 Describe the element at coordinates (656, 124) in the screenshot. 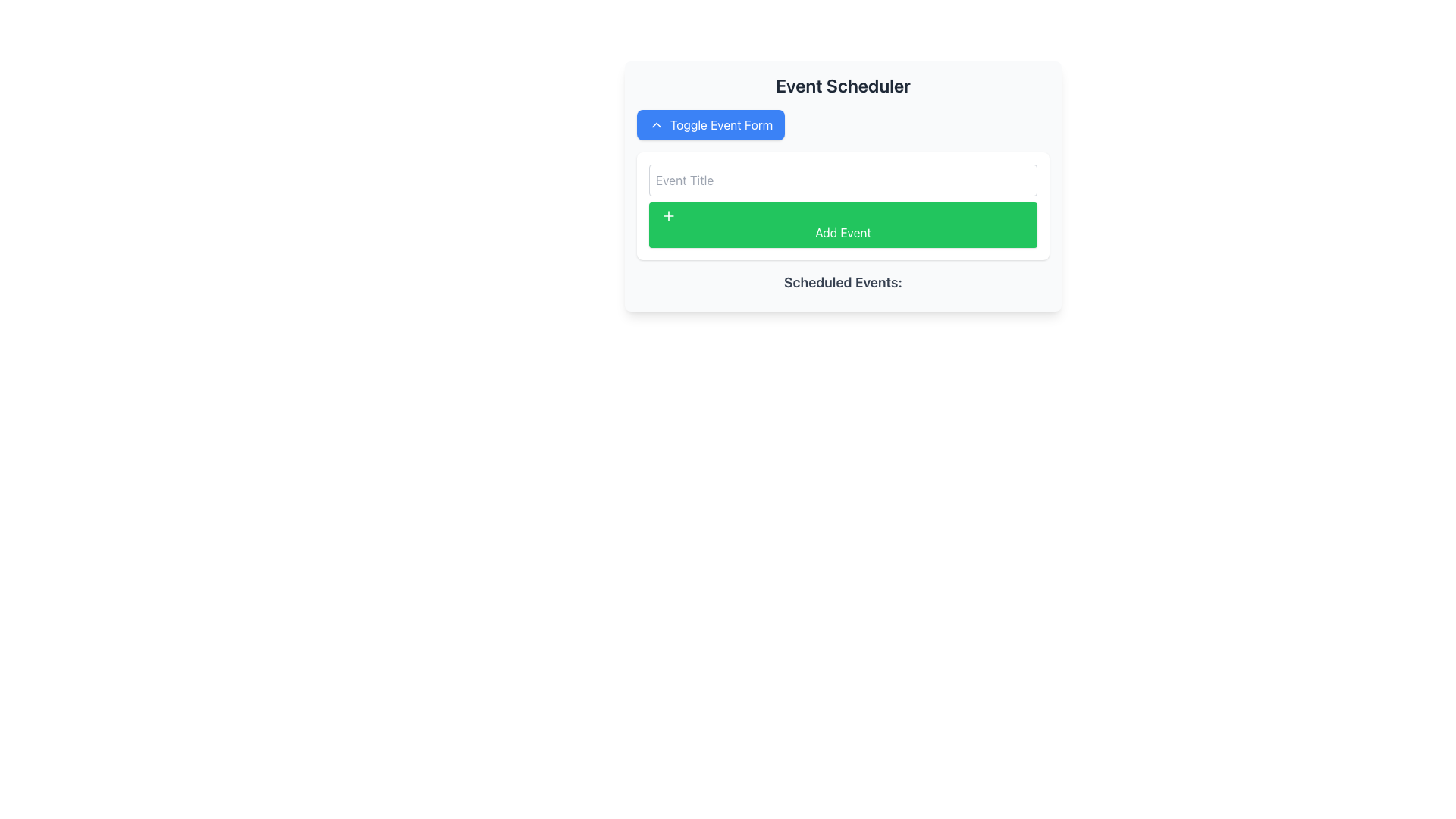

I see `the upward action icon located to the left side of the 'Toggle Event Form' button in the upper-left area of the Event Scheduler panel` at that location.